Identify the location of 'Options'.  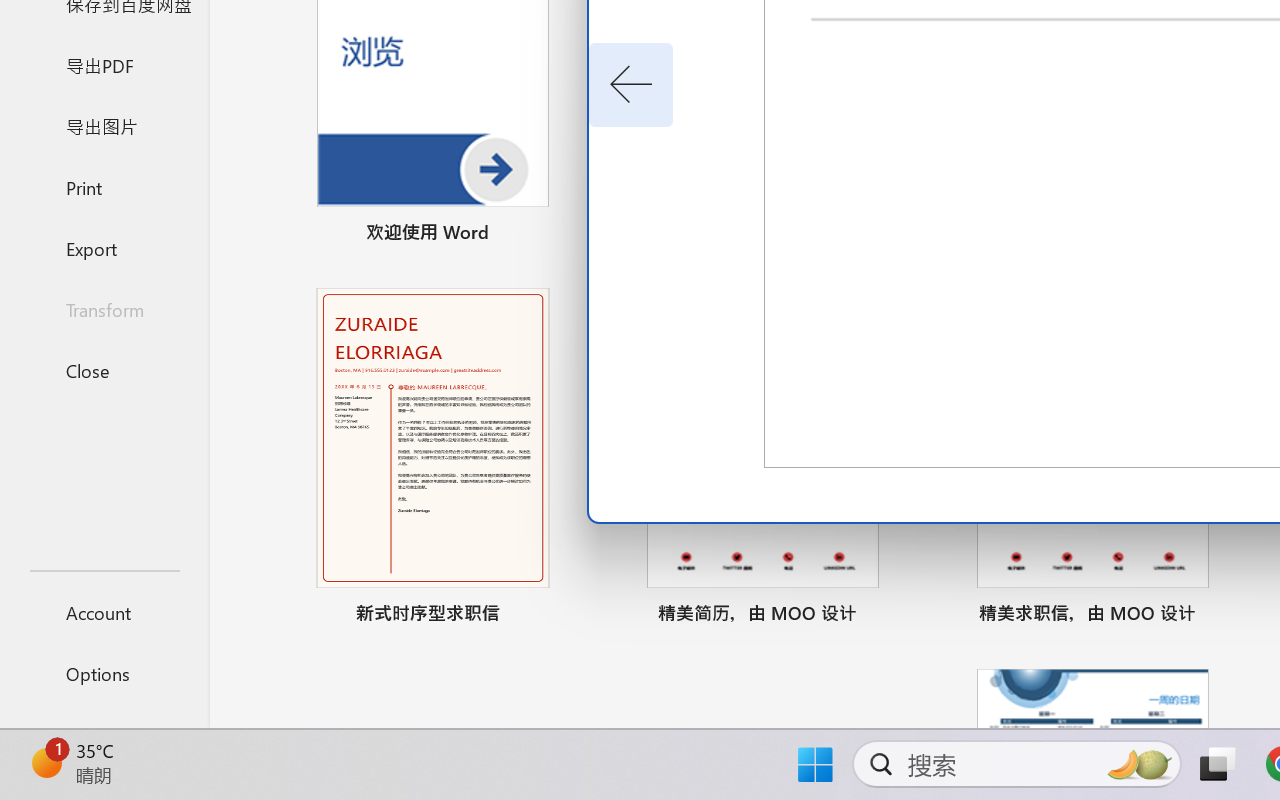
(103, 673).